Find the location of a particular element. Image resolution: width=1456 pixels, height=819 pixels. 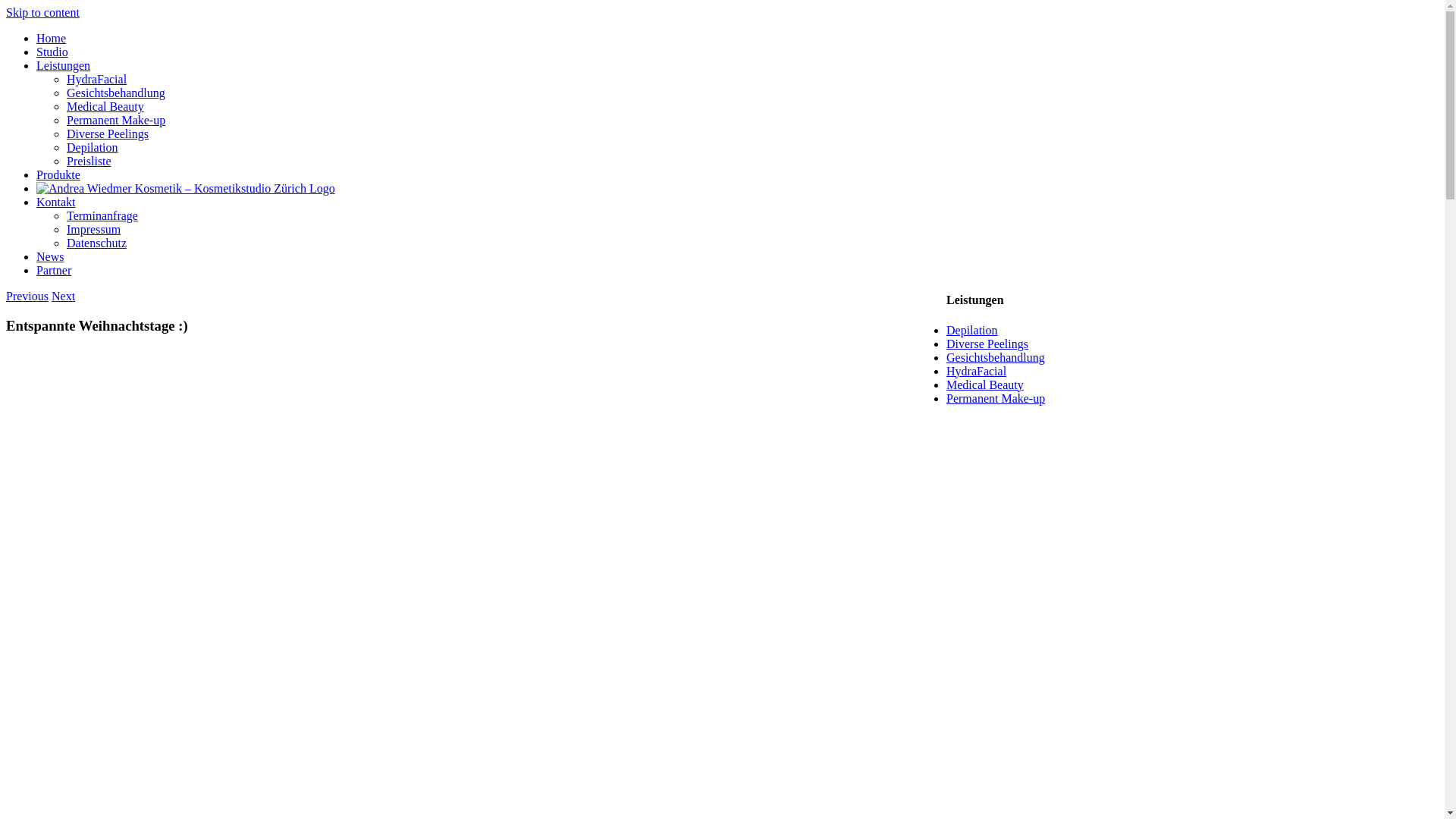

'Kontakt' is located at coordinates (36, 201).